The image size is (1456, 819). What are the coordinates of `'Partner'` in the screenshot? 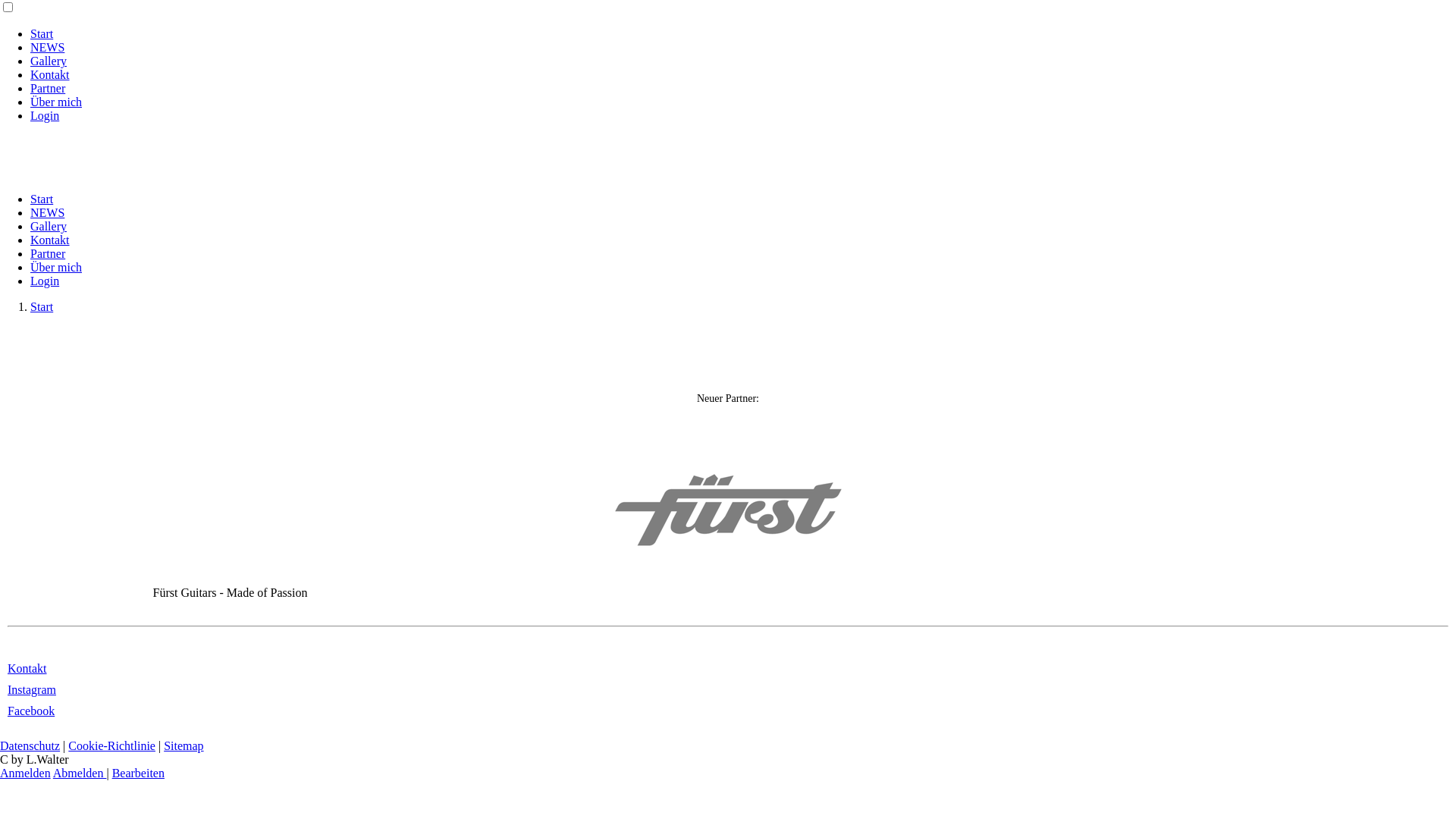 It's located at (47, 253).